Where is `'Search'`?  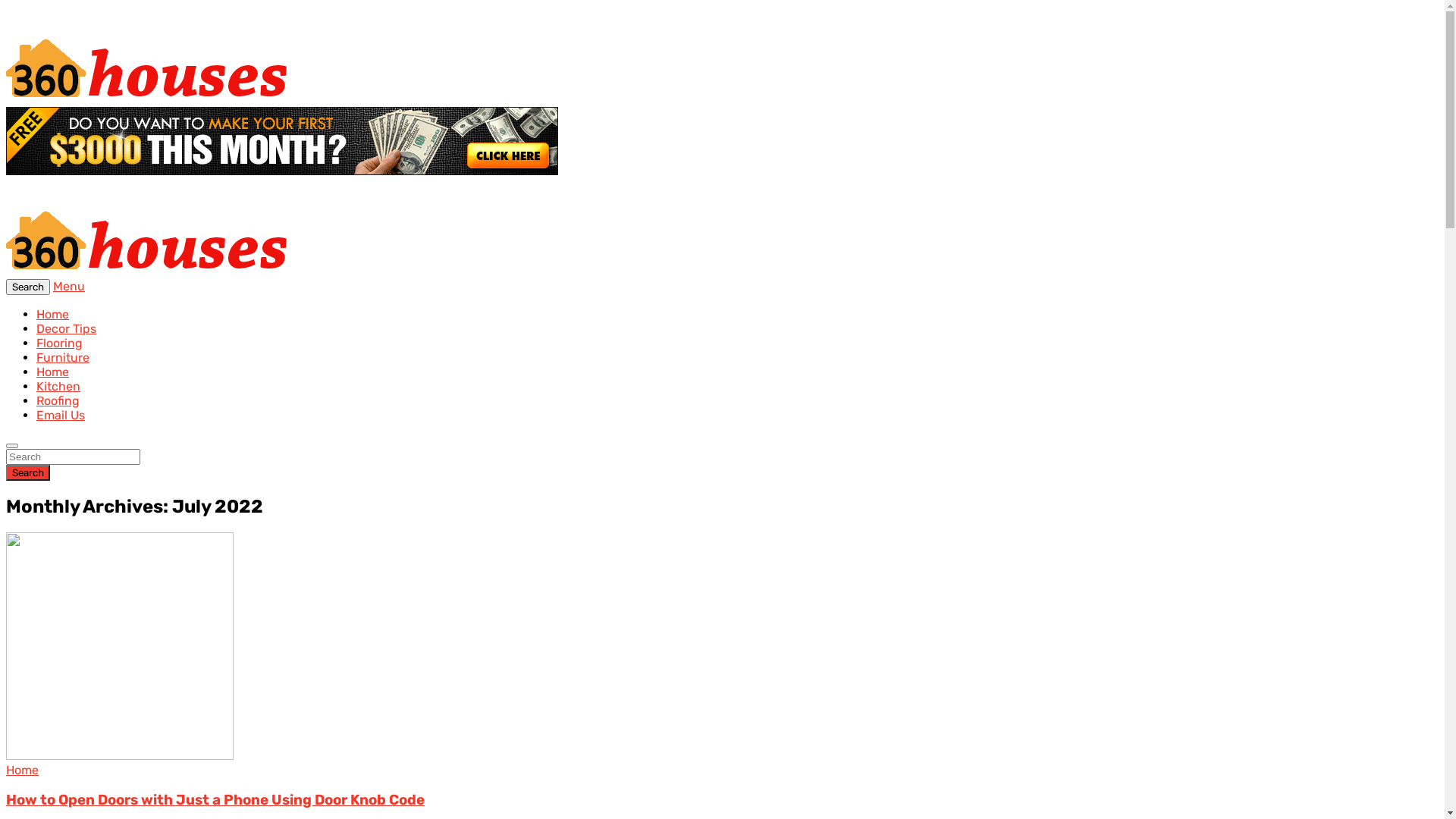 'Search' is located at coordinates (6, 472).